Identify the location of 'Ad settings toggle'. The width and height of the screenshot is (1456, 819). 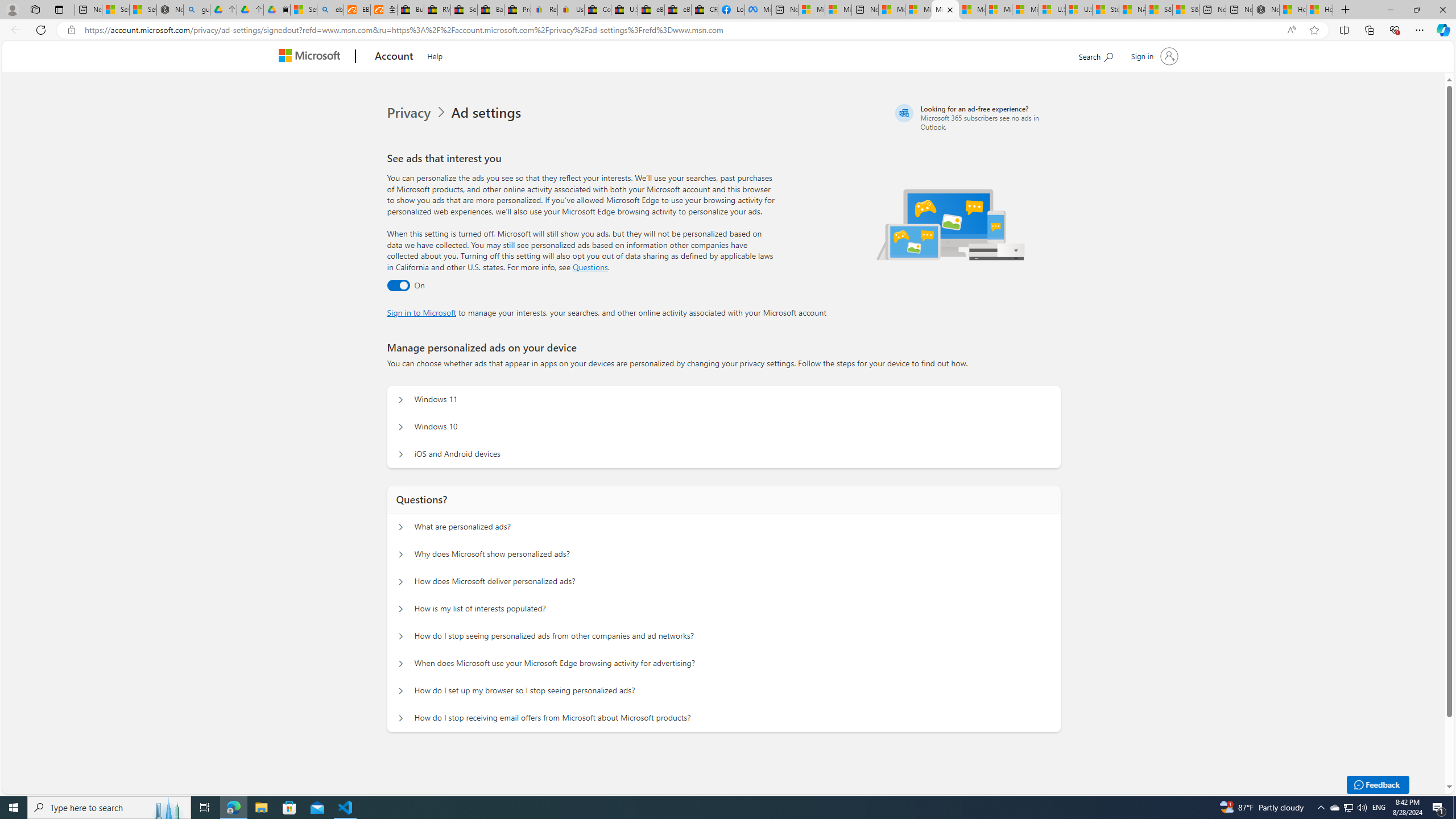
(399, 285).